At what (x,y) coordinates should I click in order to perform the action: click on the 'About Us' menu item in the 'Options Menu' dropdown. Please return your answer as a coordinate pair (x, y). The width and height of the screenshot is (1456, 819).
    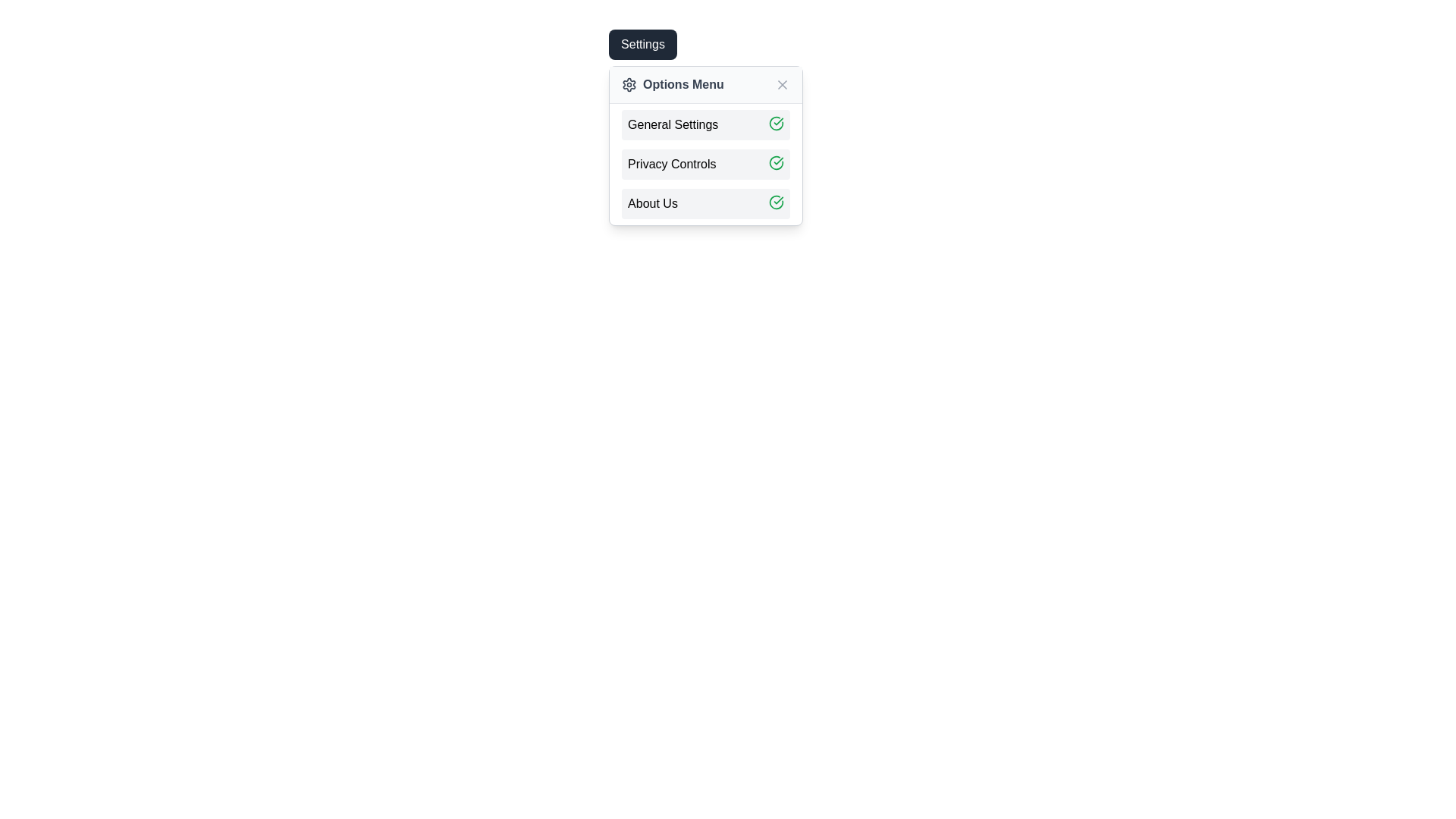
    Looking at the image, I should click on (705, 203).